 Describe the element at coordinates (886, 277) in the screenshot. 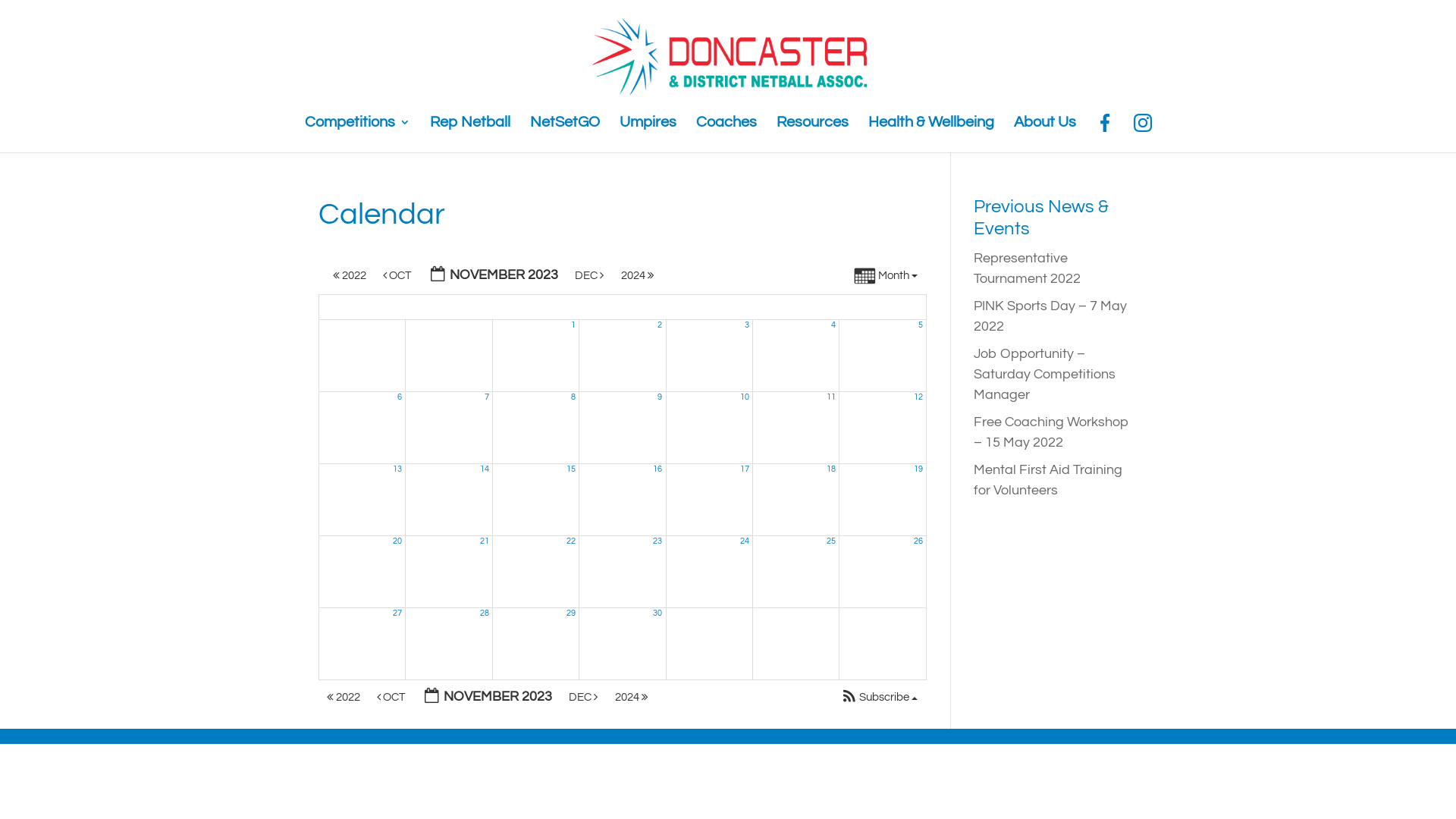

I see `'Month'` at that location.